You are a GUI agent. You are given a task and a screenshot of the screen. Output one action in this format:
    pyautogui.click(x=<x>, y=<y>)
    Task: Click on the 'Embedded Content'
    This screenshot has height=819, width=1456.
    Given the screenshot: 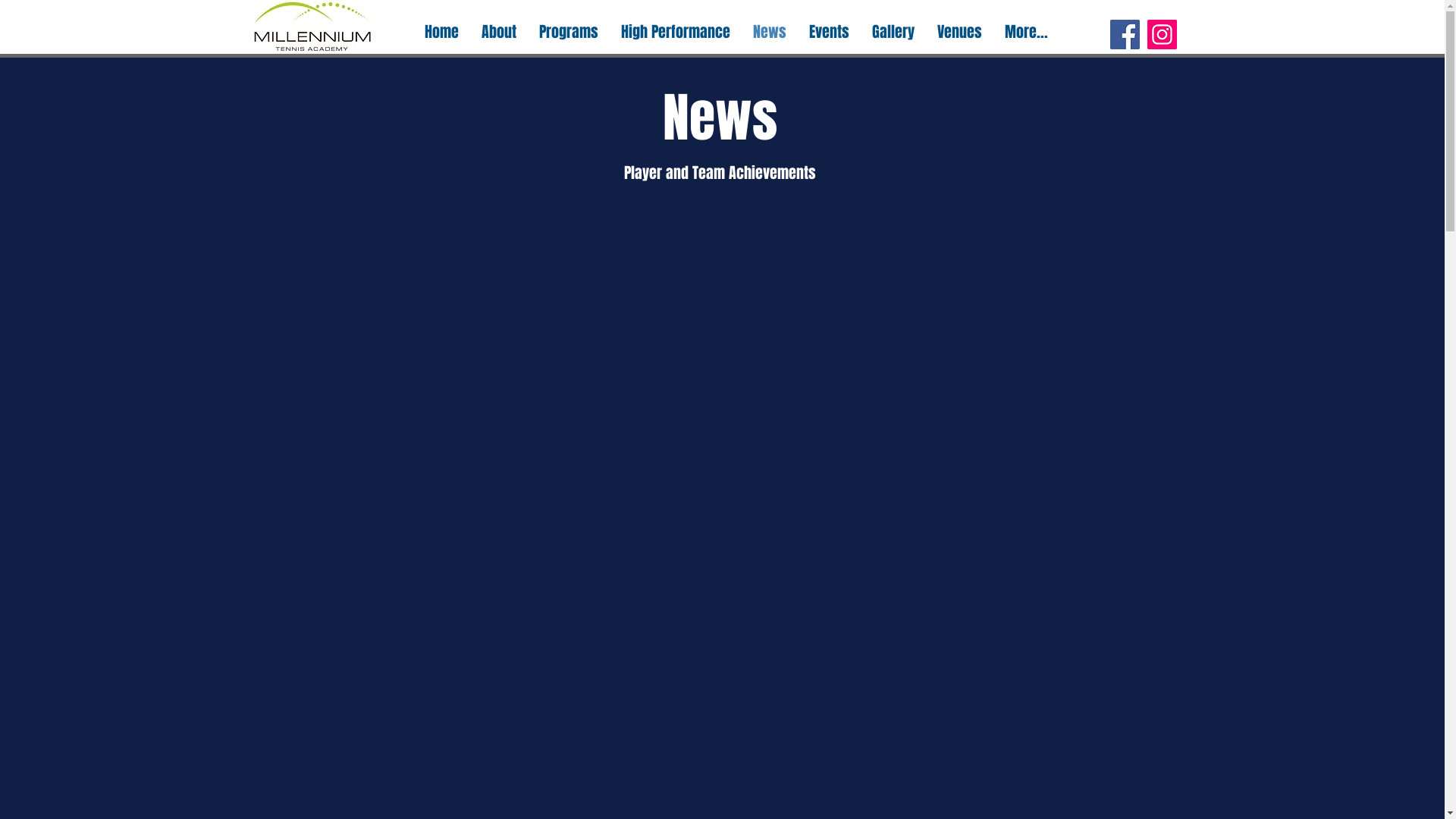 What is the action you would take?
    pyautogui.click(x=723, y=482)
    